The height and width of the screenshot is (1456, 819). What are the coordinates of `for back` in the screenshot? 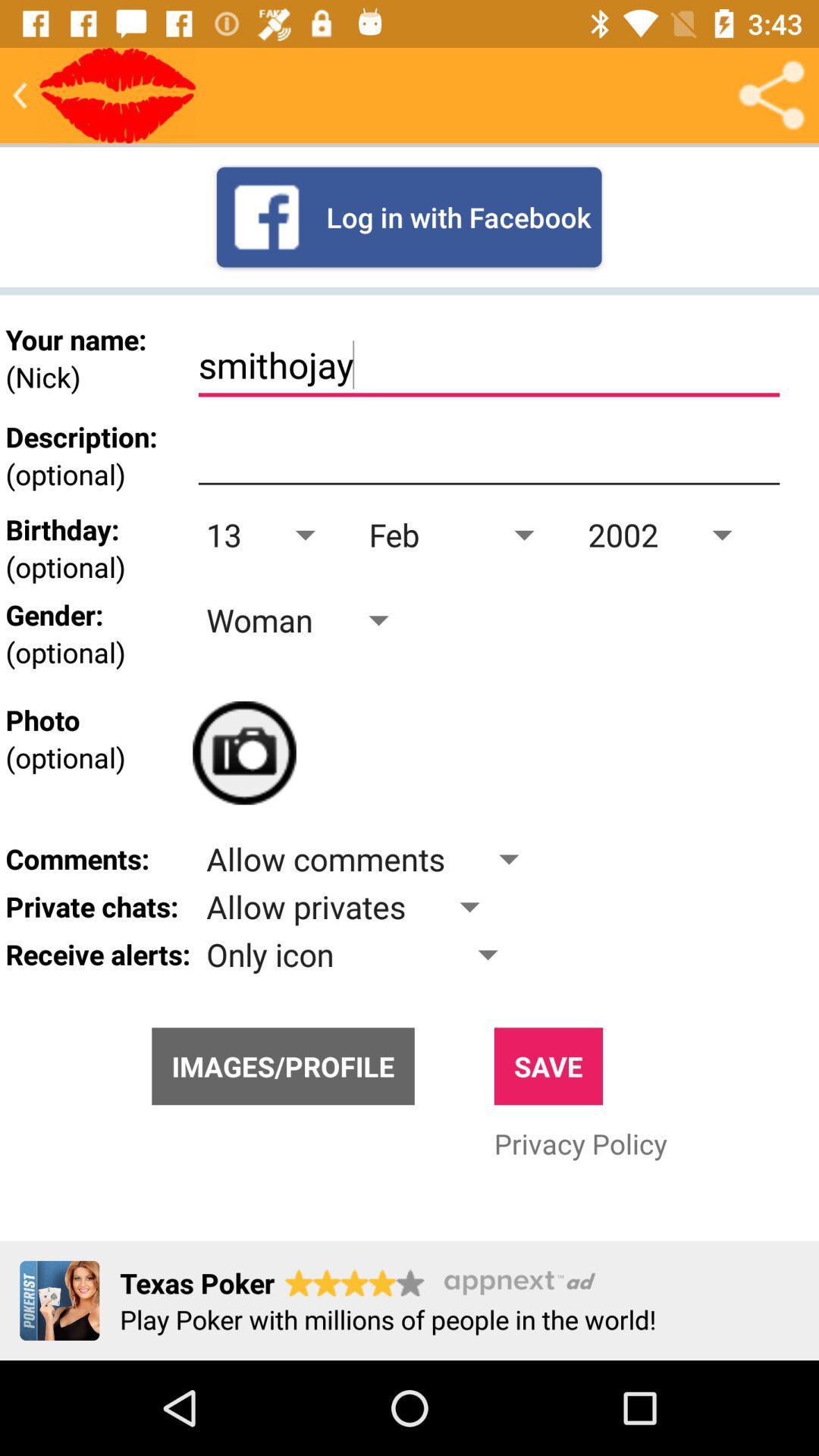 It's located at (20, 94).